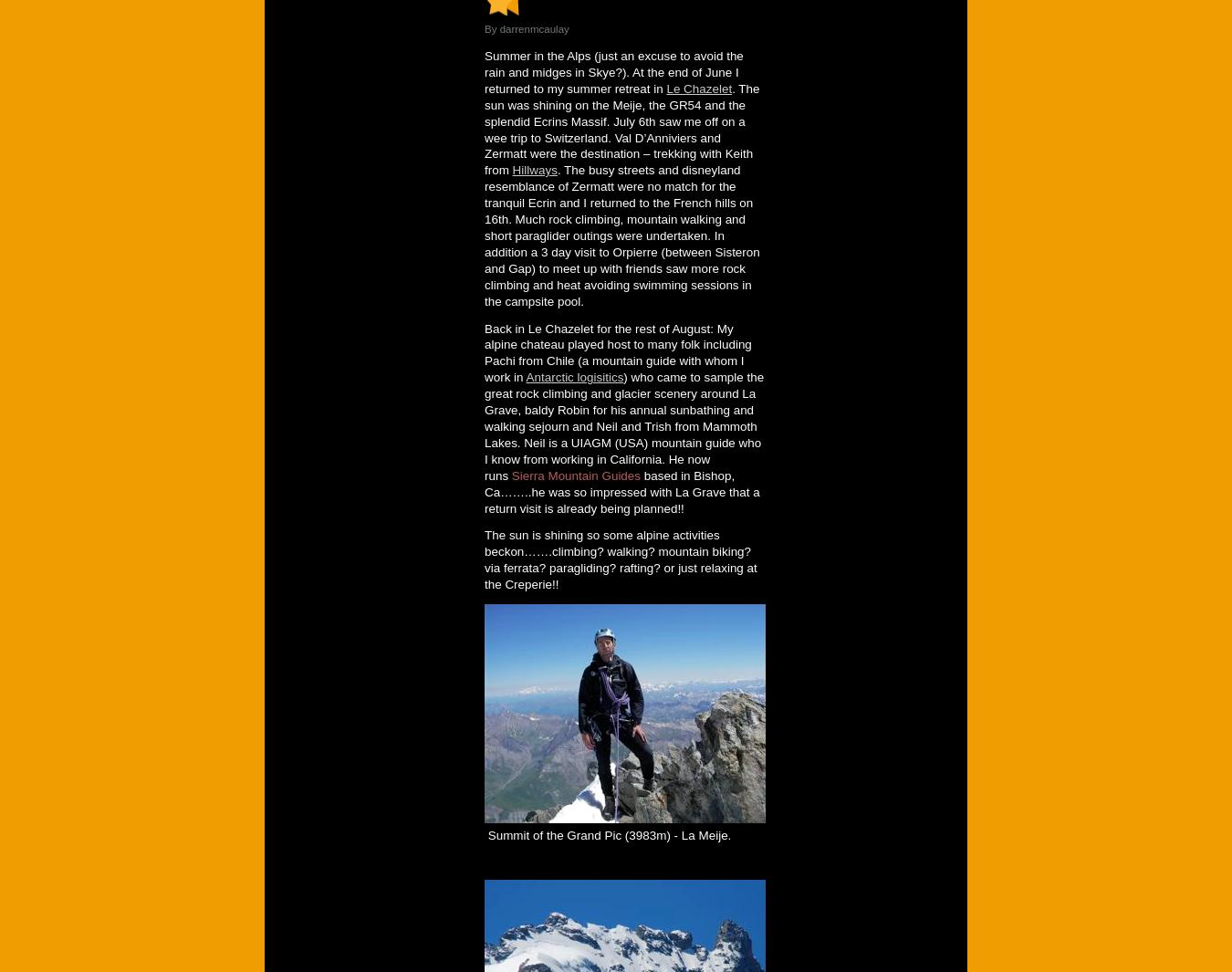 Image resolution: width=1232 pixels, height=972 pixels. What do you see at coordinates (697, 87) in the screenshot?
I see `'Le Chazelet'` at bounding box center [697, 87].